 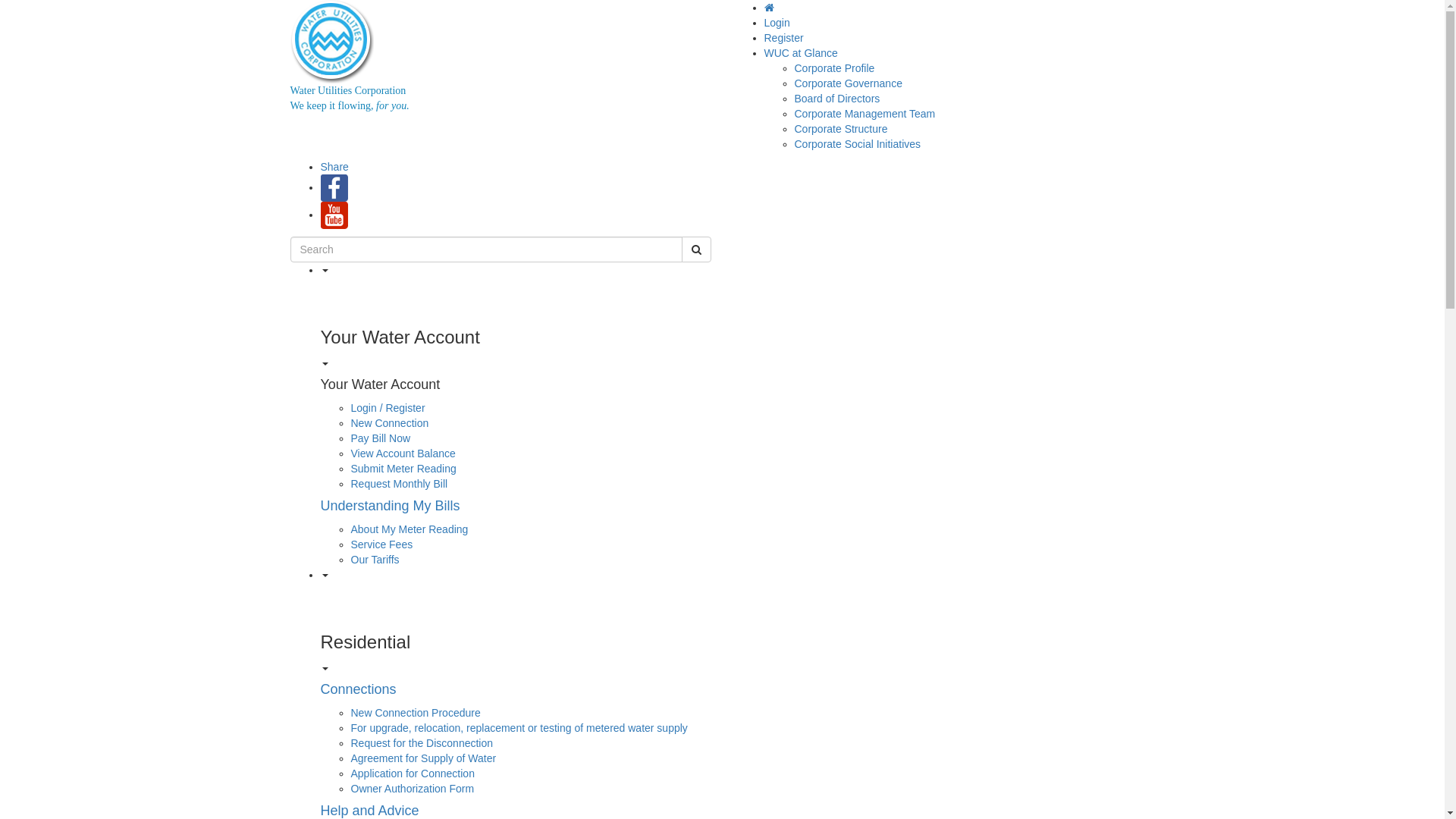 What do you see at coordinates (349, 742) in the screenshot?
I see `'Request for the Disconnection'` at bounding box center [349, 742].